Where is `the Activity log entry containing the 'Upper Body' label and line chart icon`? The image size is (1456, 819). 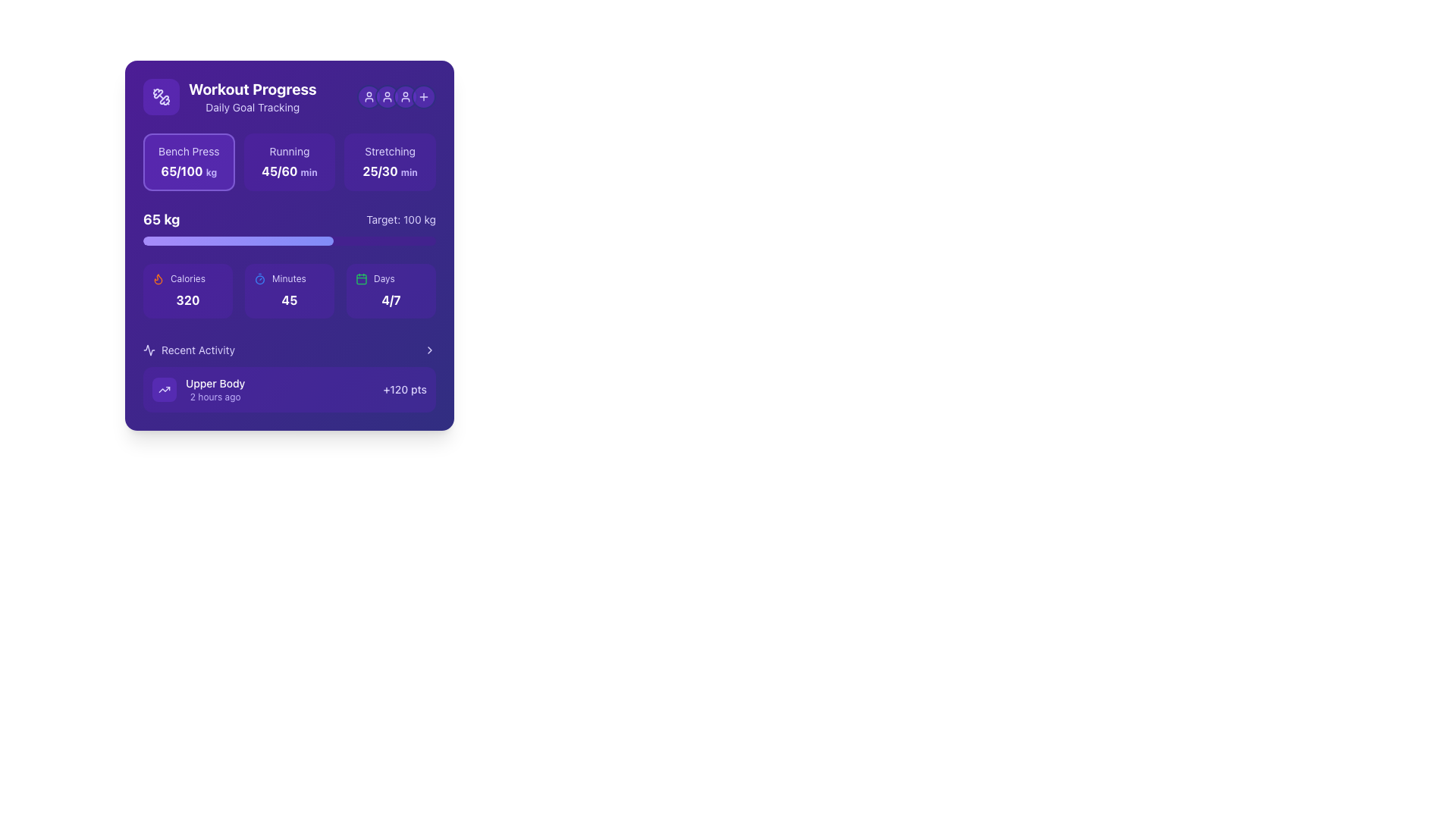
the Activity log entry containing the 'Upper Body' label and line chart icon is located at coordinates (198, 388).